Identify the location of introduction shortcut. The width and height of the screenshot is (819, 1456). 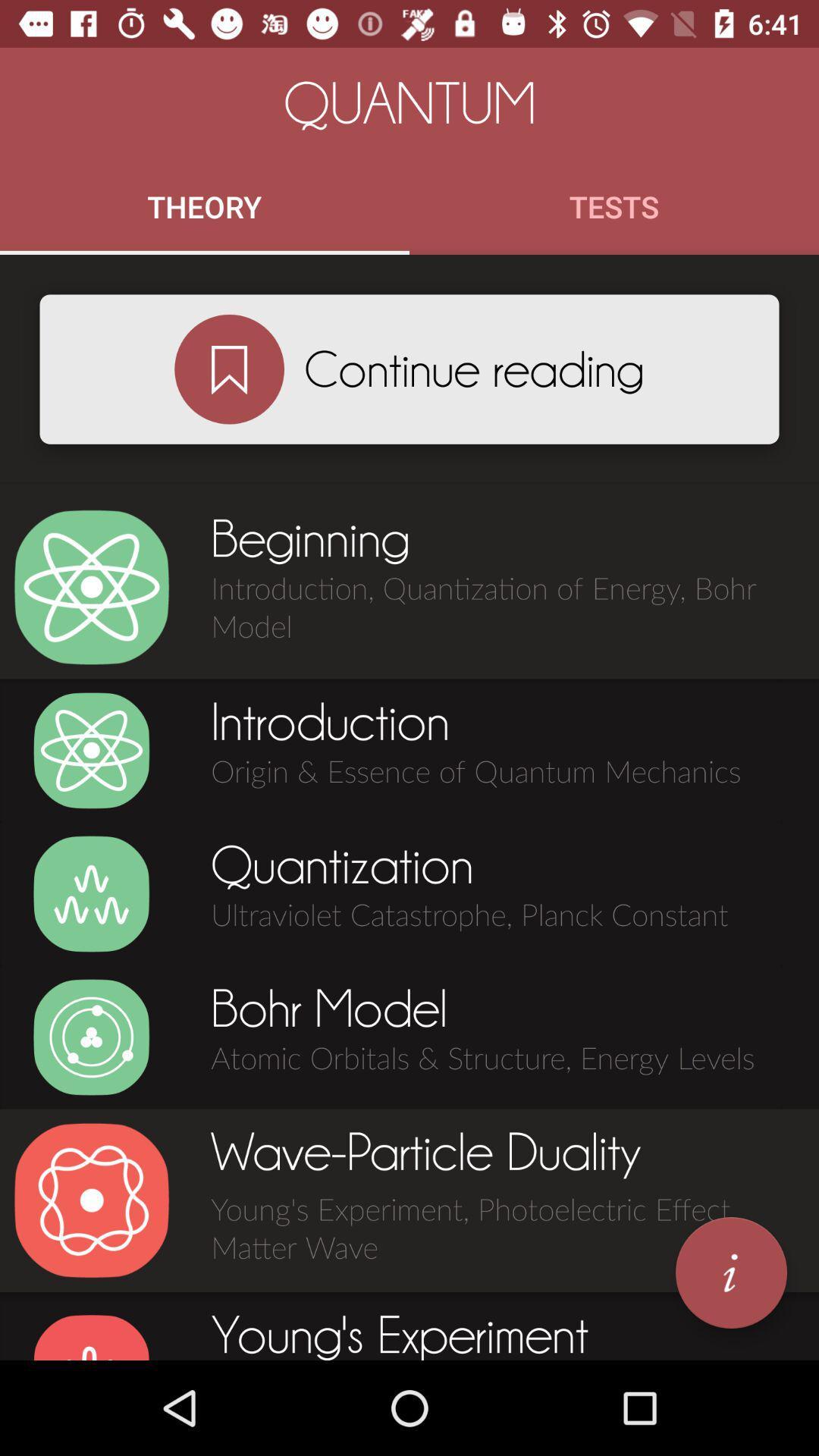
(91, 750).